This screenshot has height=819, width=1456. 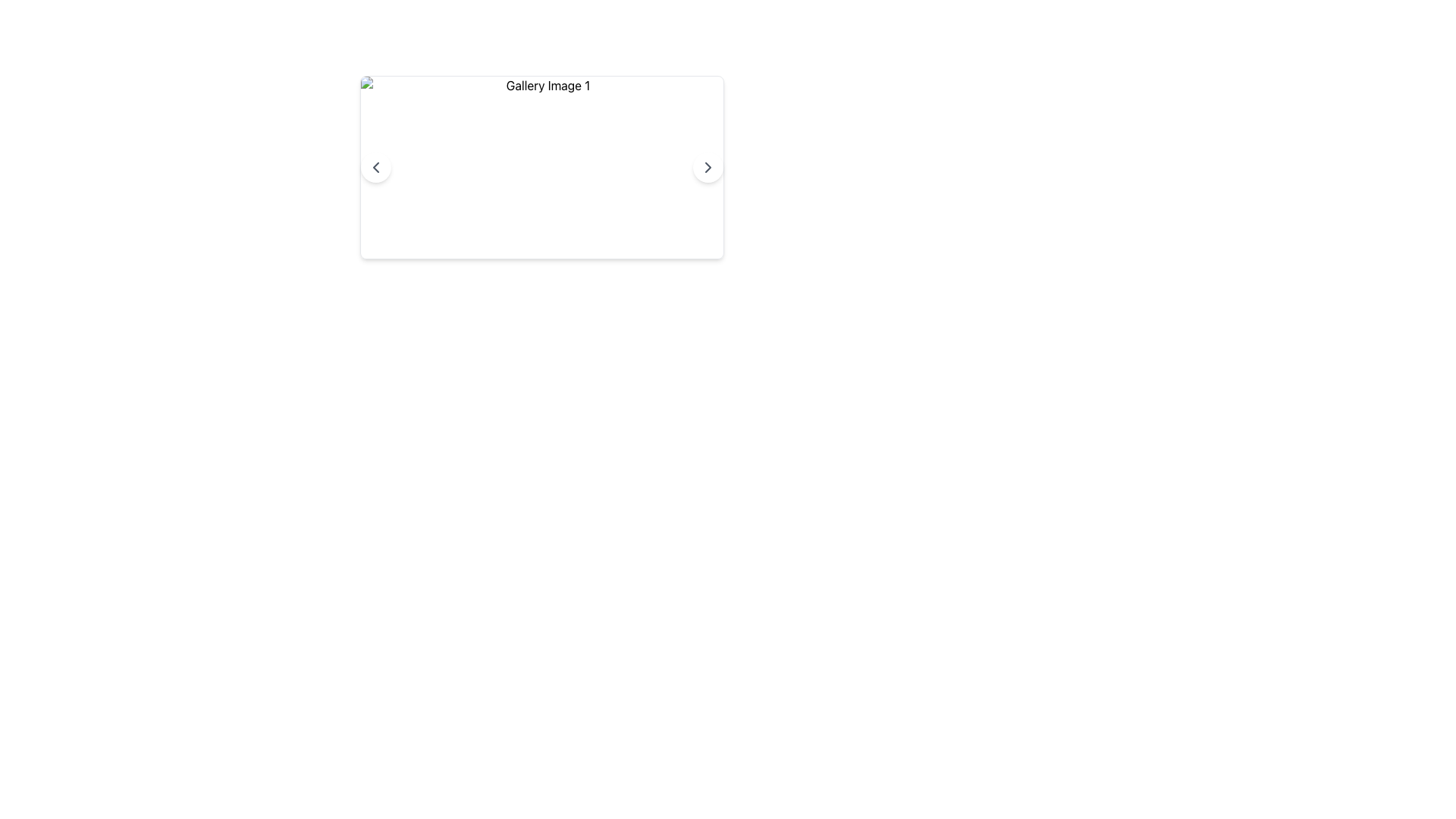 What do you see at coordinates (560, 271) in the screenshot?
I see `the third circular indicator in the gallery or carousel located at the center-bottom of the interface` at bounding box center [560, 271].